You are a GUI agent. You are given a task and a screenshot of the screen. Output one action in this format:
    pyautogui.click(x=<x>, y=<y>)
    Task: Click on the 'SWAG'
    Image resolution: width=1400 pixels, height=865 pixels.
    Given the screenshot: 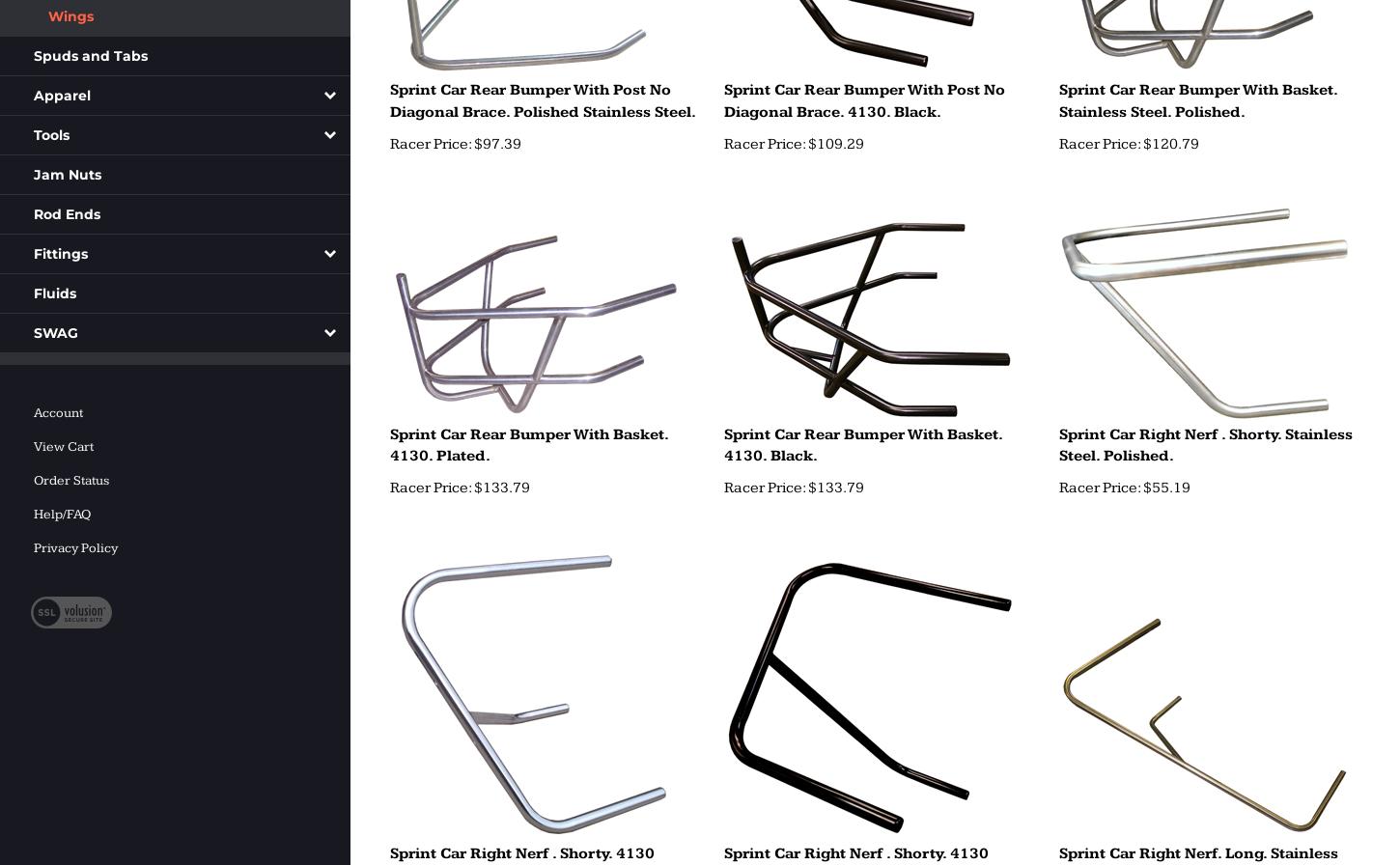 What is the action you would take?
    pyautogui.click(x=56, y=332)
    